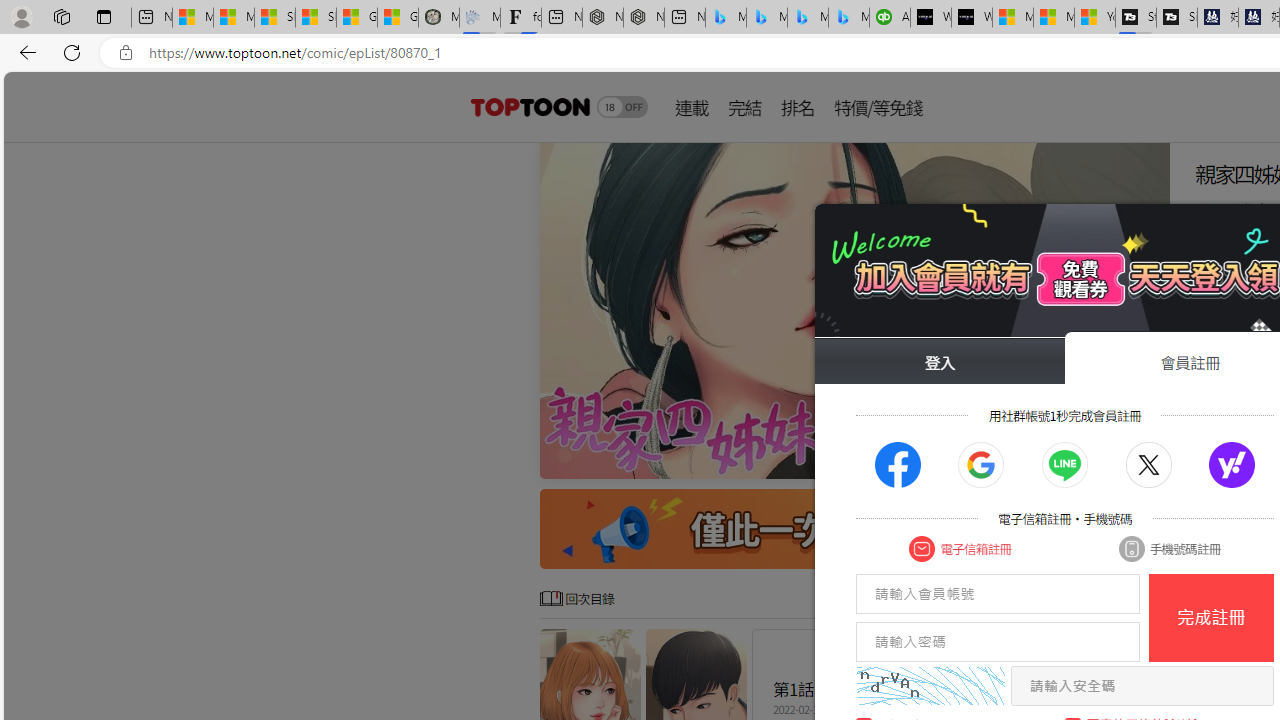 The image size is (1280, 720). What do you see at coordinates (766, 17) in the screenshot?
I see `'Microsoft Bing Travel - Stays in Bangkok, Bangkok, Thailand'` at bounding box center [766, 17].